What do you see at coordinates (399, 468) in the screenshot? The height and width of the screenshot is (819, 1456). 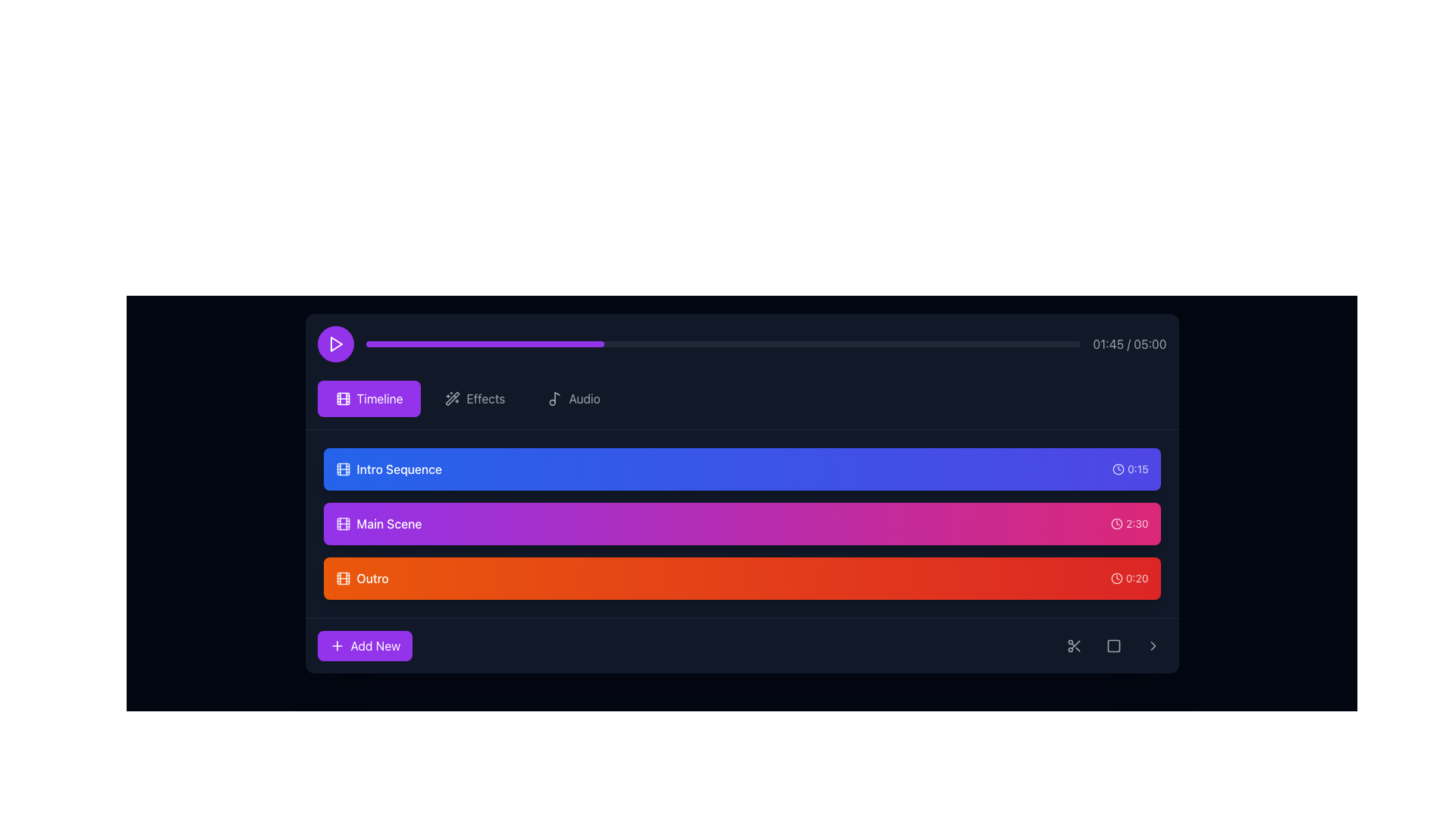 I see `the text label titled 'Intro Sequence'` at bounding box center [399, 468].